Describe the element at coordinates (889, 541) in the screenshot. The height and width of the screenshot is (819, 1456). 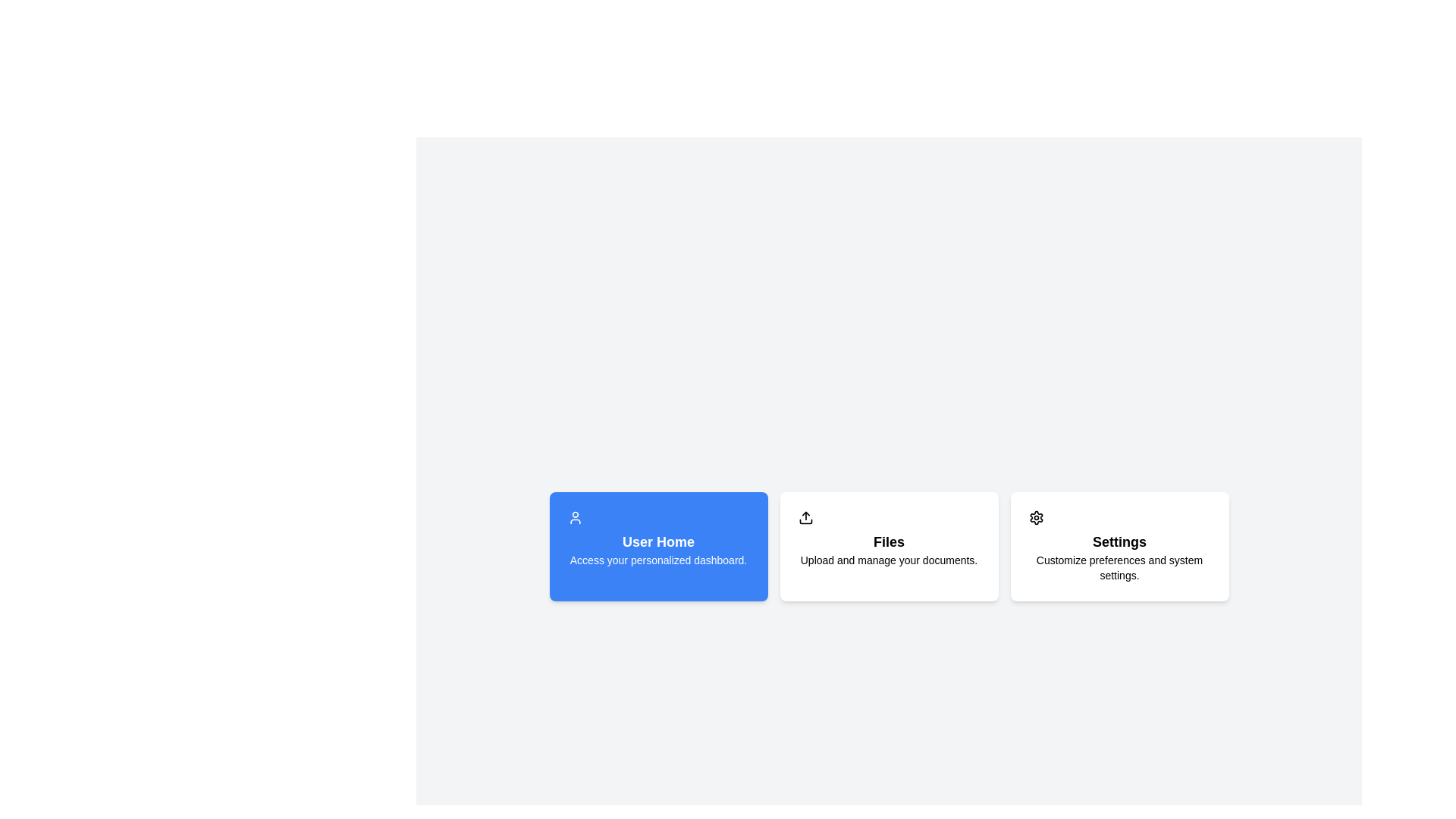
I see `the bold text label 'Files' located at the top of a white card, situated between the 'User Home' card and the 'Settings' card` at that location.